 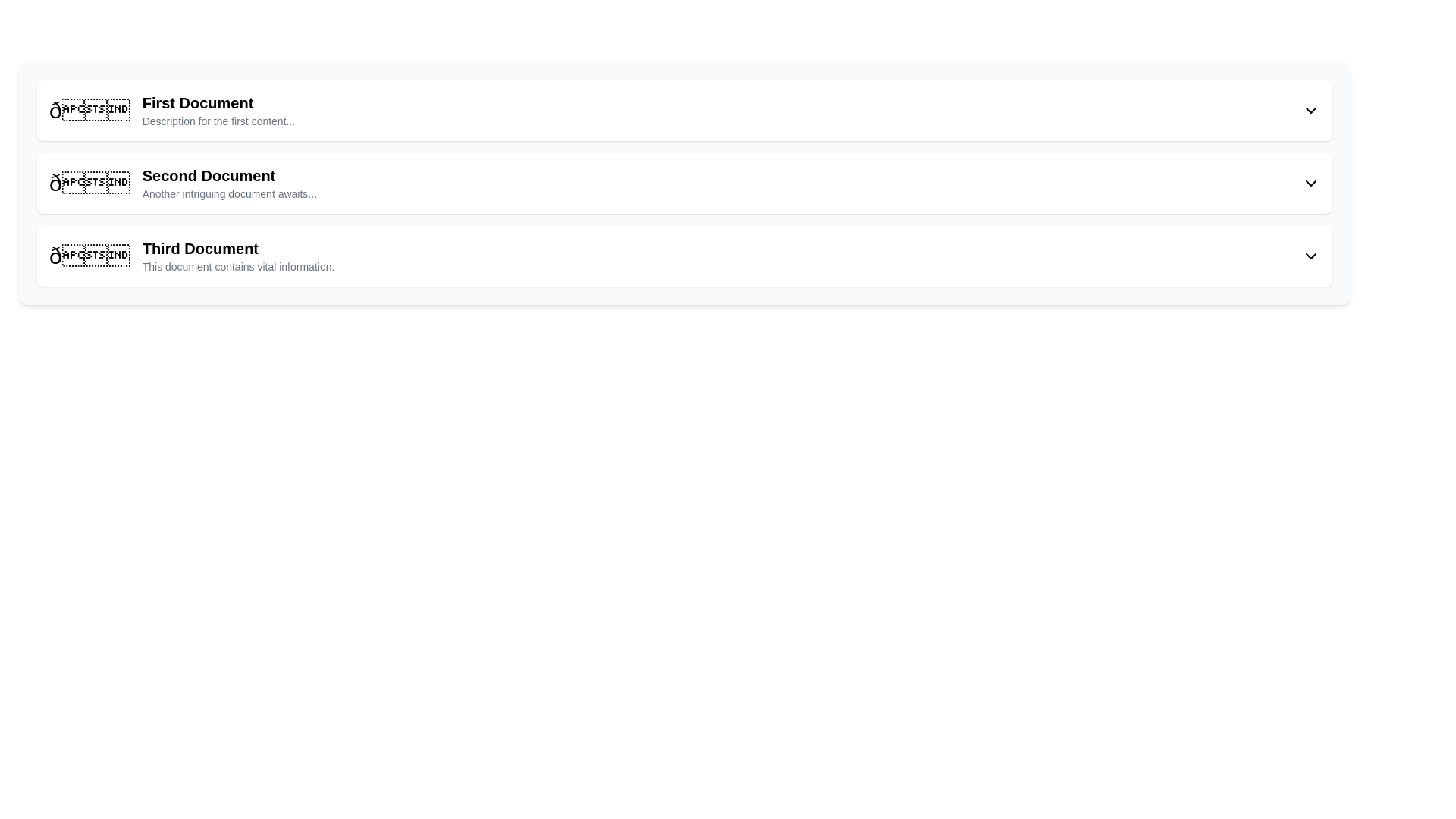 I want to click on the second card in the vertical navigation that displays detailed content about 'Second Document', so click(x=683, y=183).